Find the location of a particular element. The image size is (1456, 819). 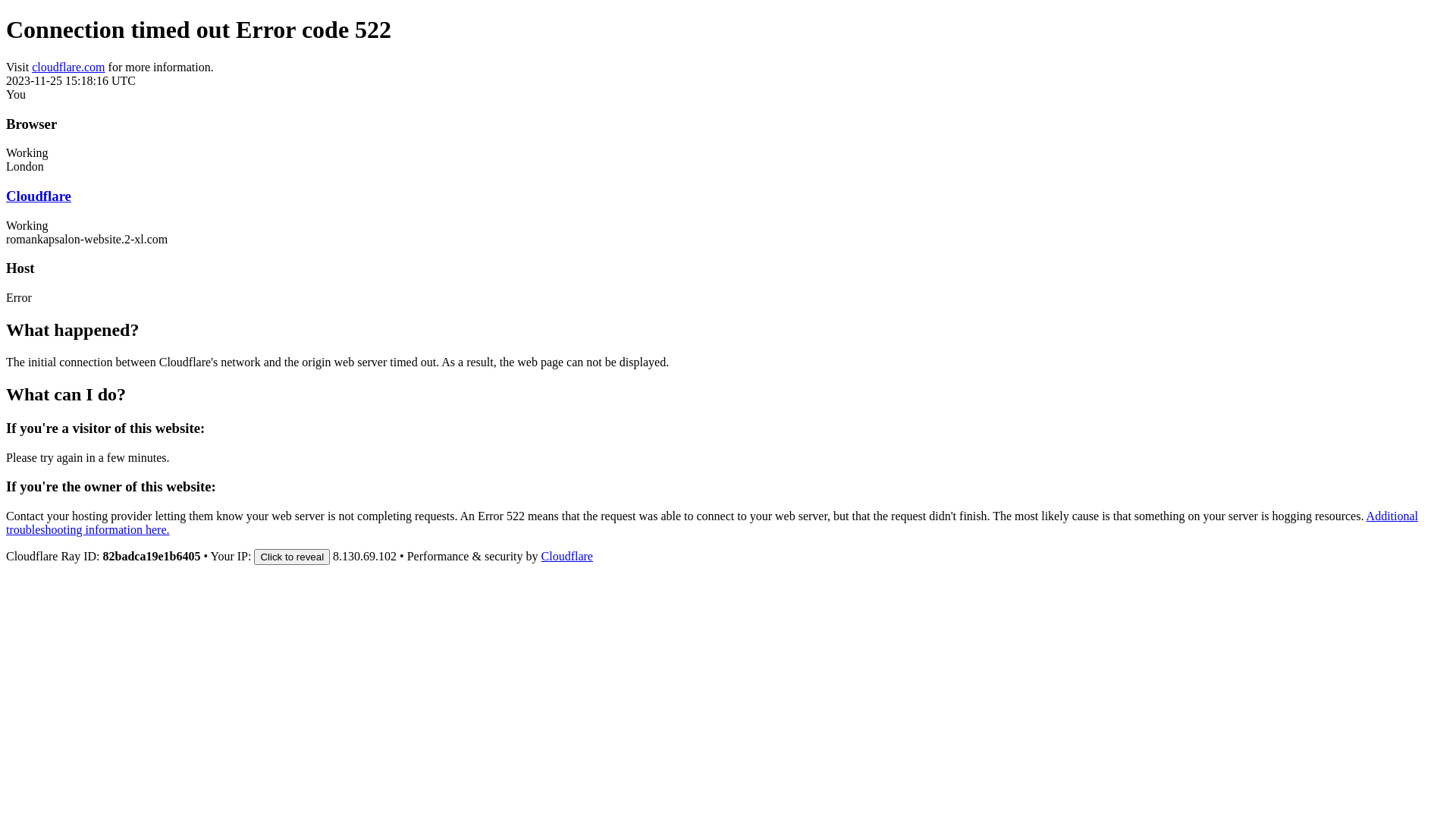

'cloudflare.com' is located at coordinates (67, 66).